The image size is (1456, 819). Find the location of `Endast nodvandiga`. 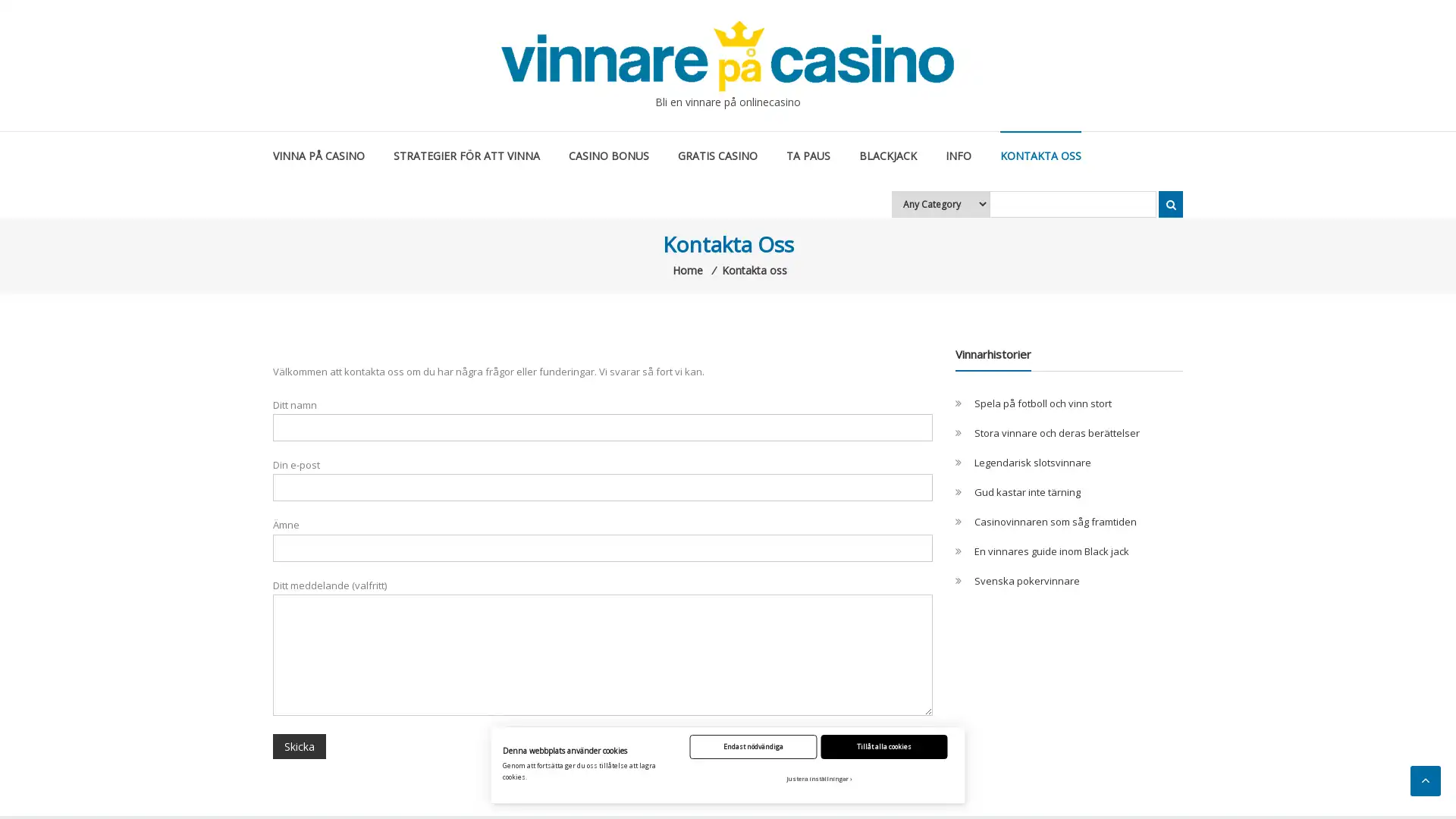

Endast nodvandiga is located at coordinates (753, 745).